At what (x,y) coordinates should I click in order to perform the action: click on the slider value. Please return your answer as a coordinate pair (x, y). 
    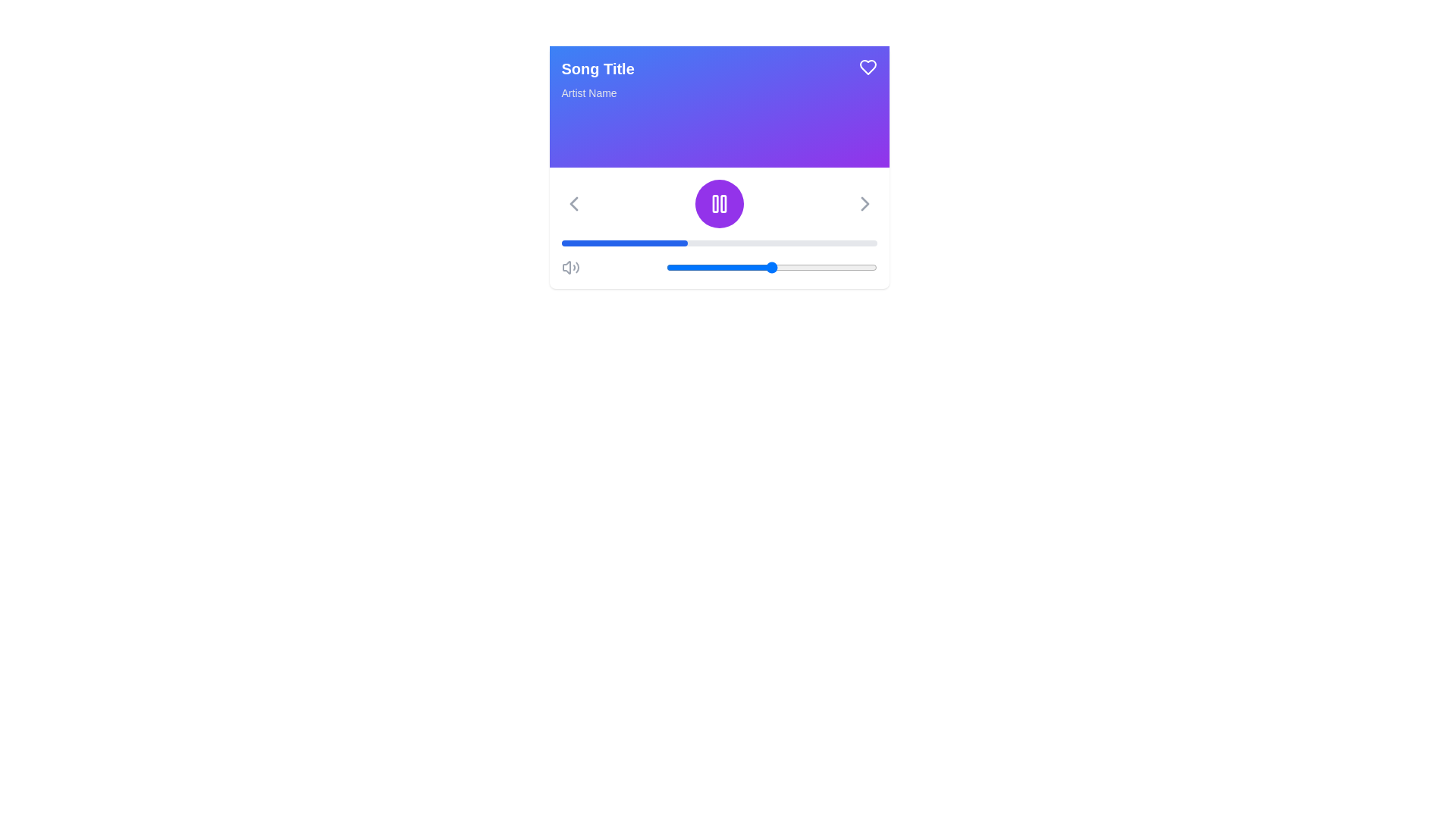
    Looking at the image, I should click on (759, 267).